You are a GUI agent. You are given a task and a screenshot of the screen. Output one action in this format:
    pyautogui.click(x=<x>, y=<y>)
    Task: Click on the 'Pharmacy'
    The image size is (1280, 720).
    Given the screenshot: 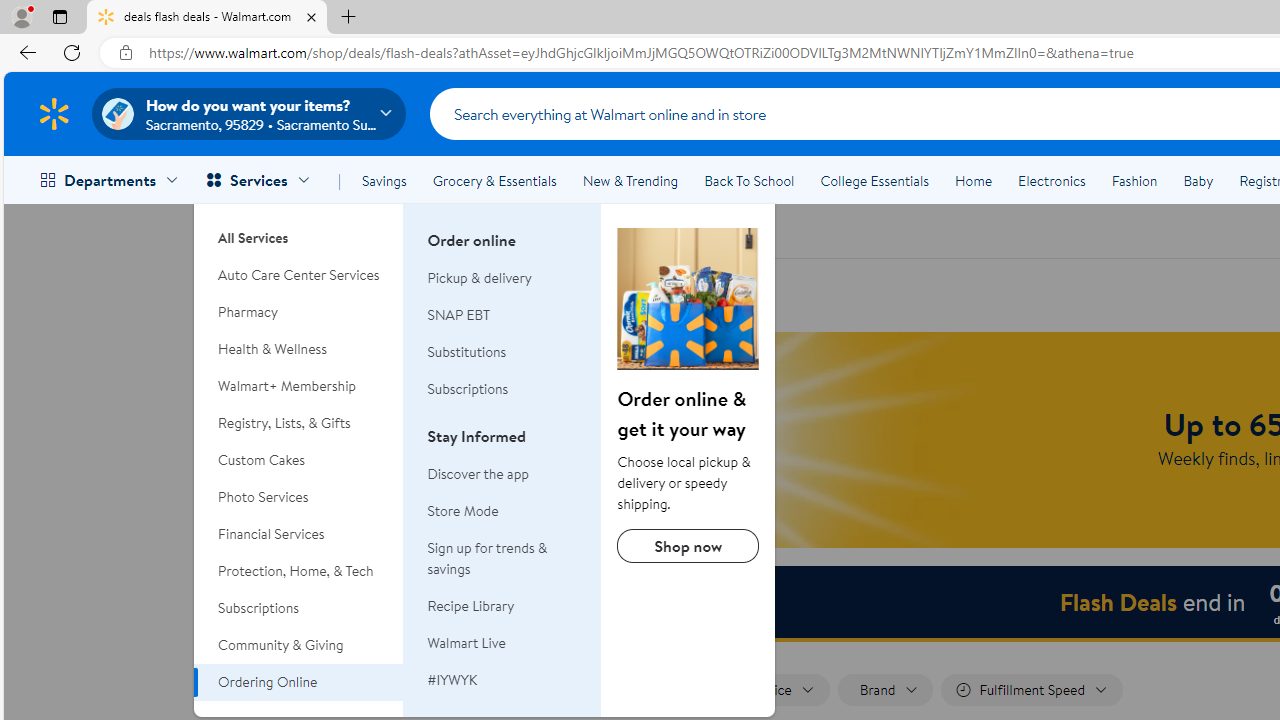 What is the action you would take?
    pyautogui.click(x=298, y=312)
    